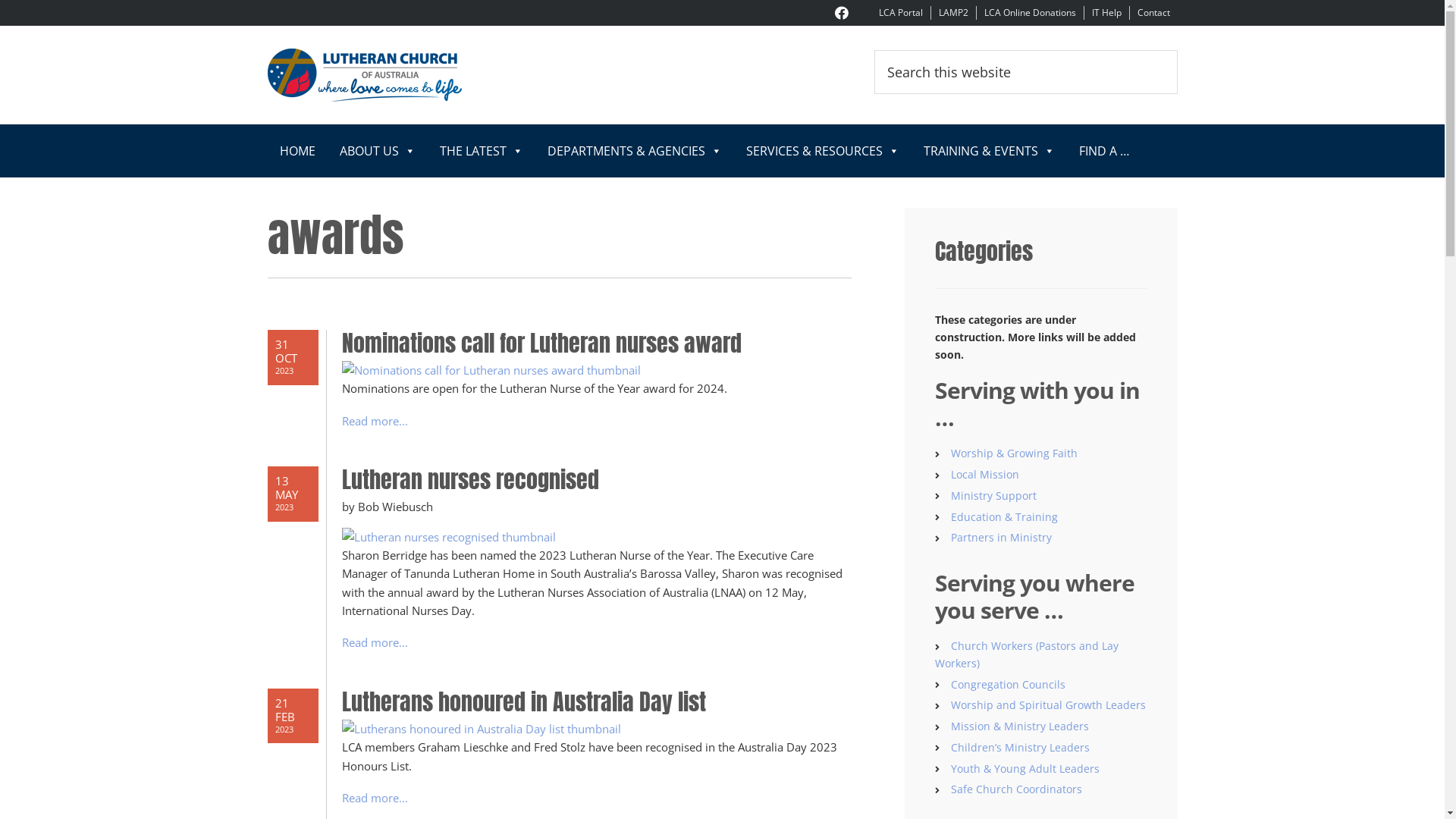 The width and height of the screenshot is (1456, 819). I want to click on 'Mission & Ministry Leaders', so click(1019, 725).